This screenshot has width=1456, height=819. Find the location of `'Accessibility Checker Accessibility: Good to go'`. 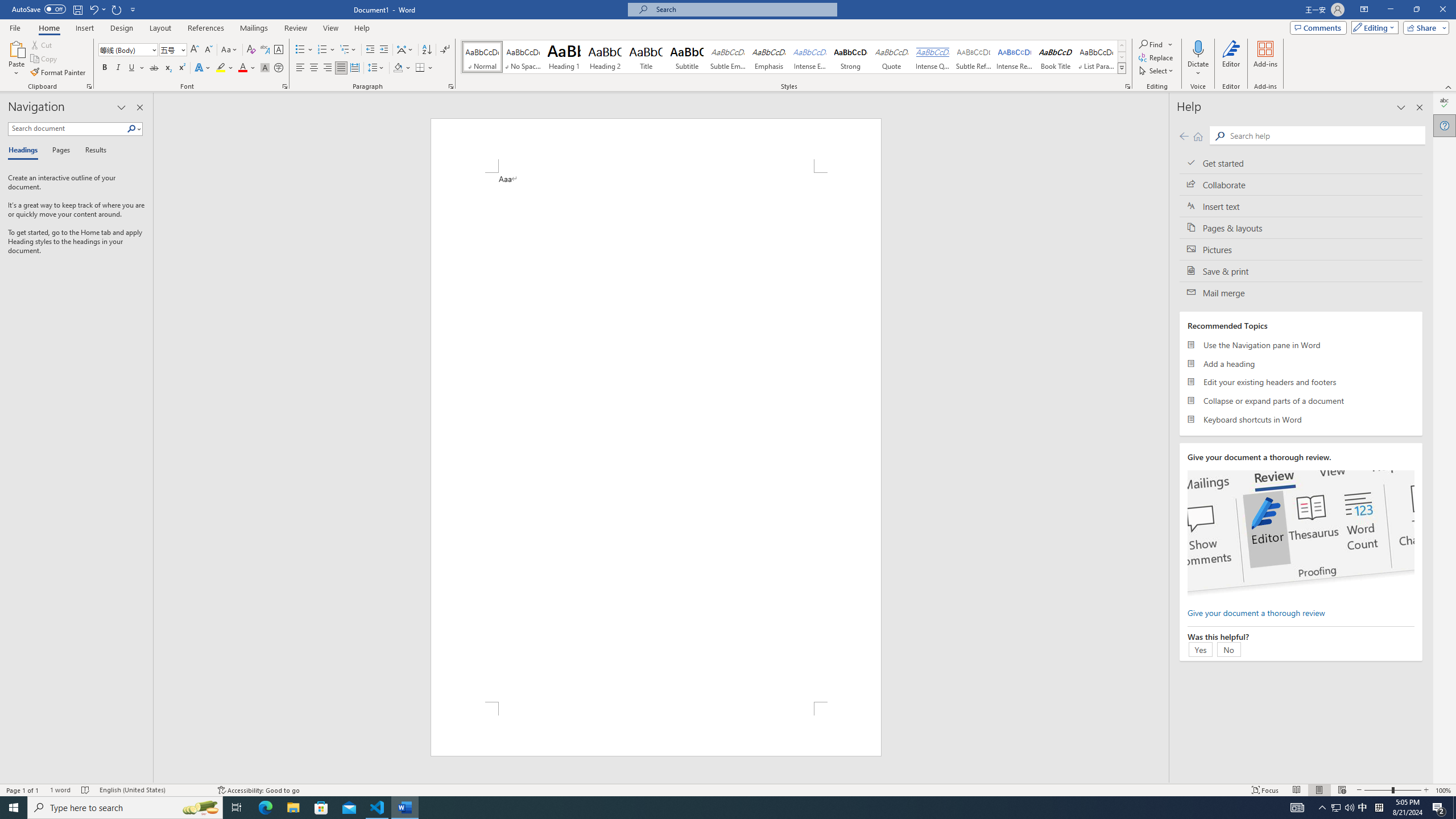

'Accessibility Checker Accessibility: Good to go' is located at coordinates (258, 790).